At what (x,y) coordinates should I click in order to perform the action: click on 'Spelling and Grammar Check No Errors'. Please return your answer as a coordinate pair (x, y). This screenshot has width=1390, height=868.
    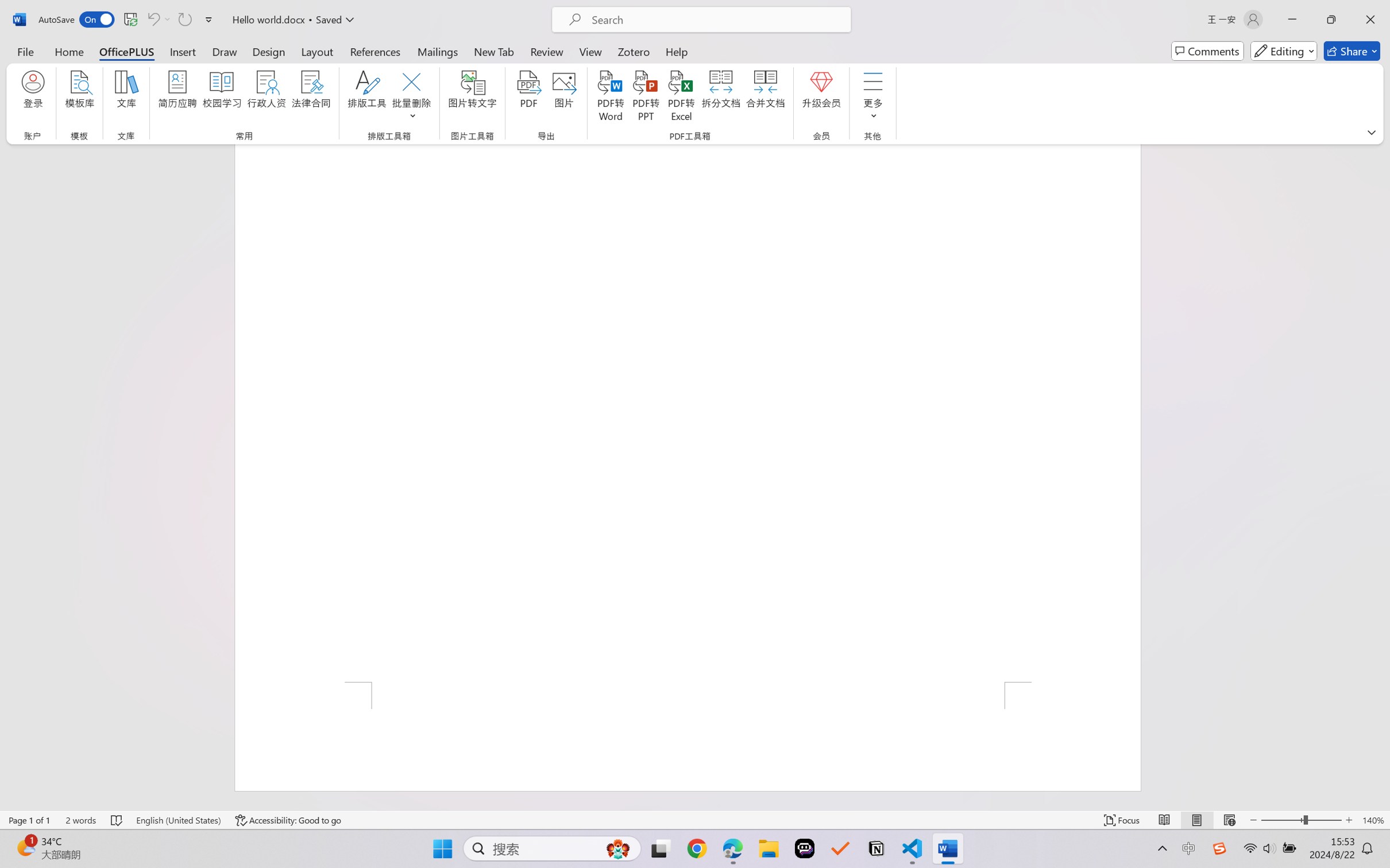
    Looking at the image, I should click on (117, 820).